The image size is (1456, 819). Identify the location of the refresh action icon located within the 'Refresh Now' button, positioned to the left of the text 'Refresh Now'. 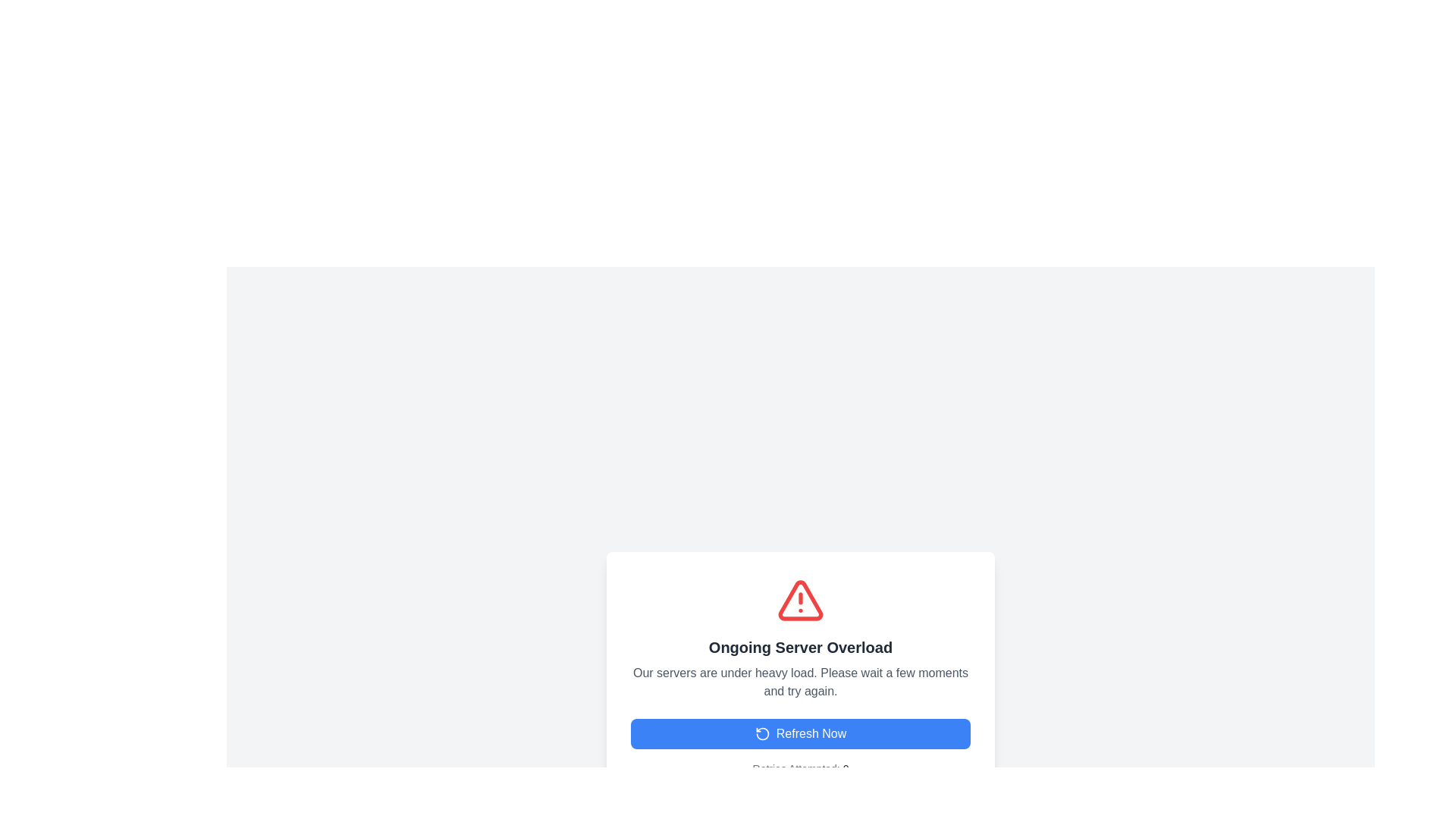
(762, 733).